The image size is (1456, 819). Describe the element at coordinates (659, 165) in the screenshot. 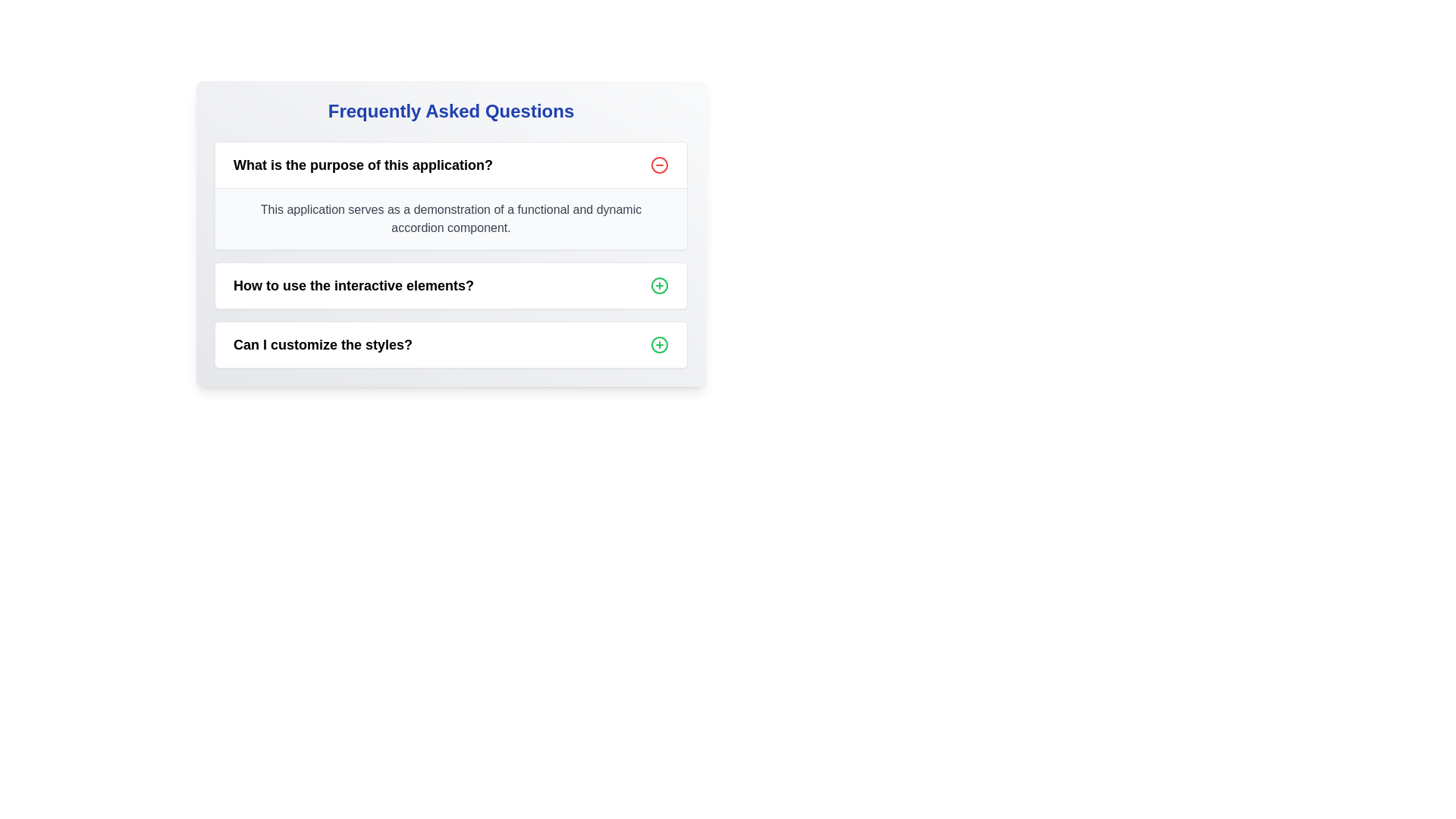

I see `the icon button located to the far right of the text 'What is the purpose of this application?'` at that location.